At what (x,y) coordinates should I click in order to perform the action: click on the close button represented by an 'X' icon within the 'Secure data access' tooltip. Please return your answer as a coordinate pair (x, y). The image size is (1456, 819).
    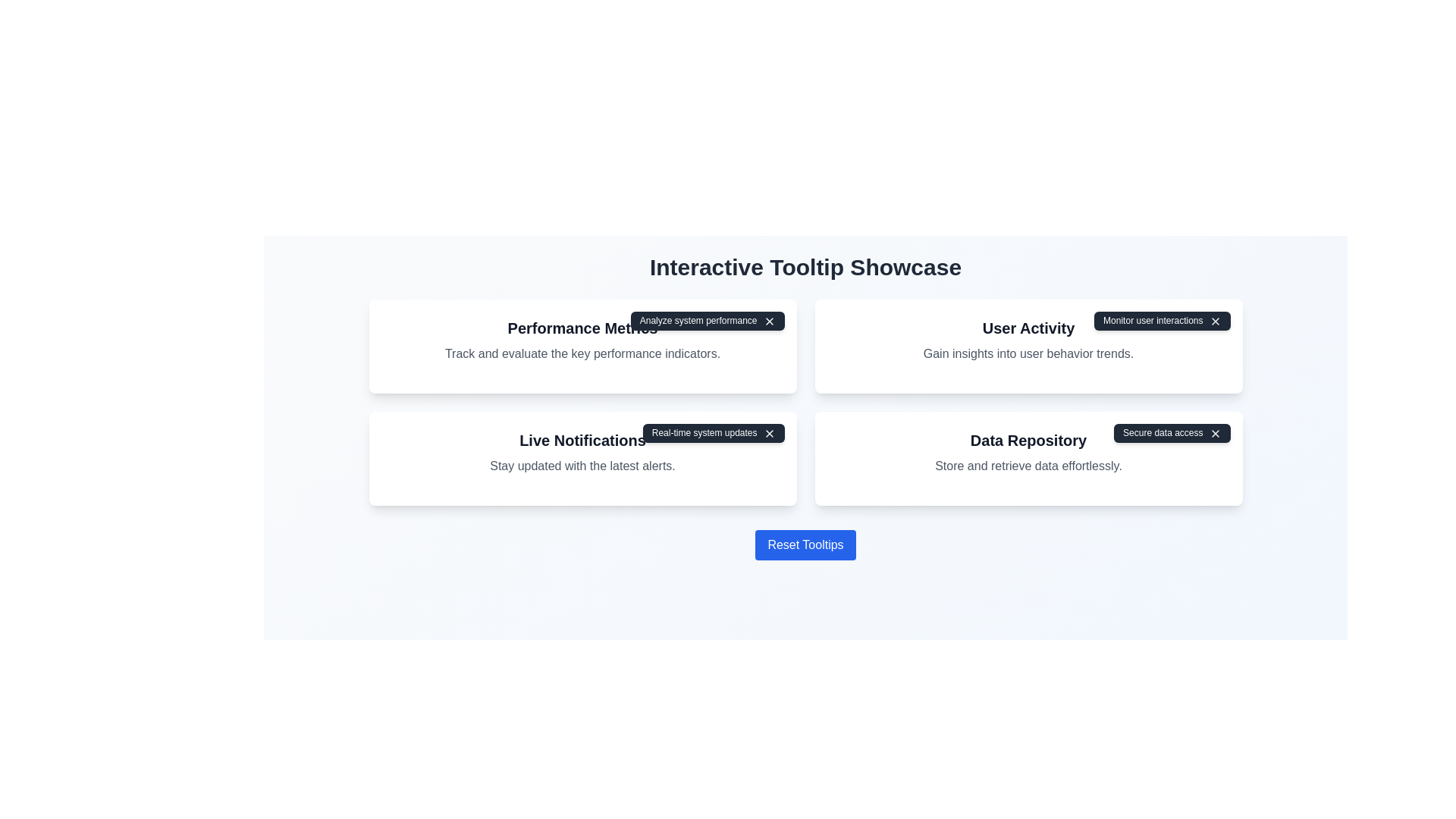
    Looking at the image, I should click on (1215, 433).